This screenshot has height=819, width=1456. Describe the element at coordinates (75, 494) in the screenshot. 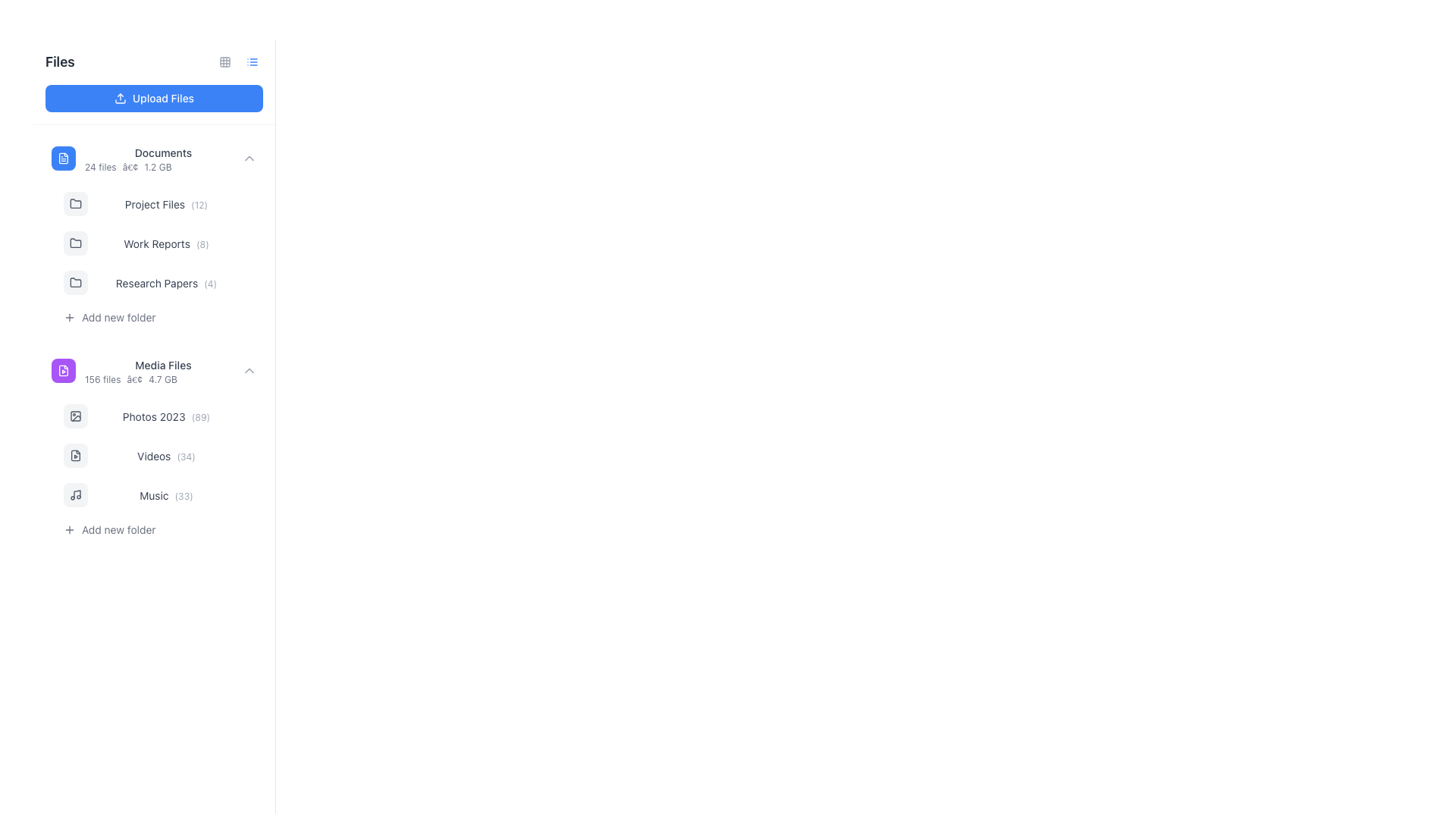

I see `the Icon button featuring a musical note, located at the top-left corner of the 'Music (33)' folder entry in the sidebar` at that location.